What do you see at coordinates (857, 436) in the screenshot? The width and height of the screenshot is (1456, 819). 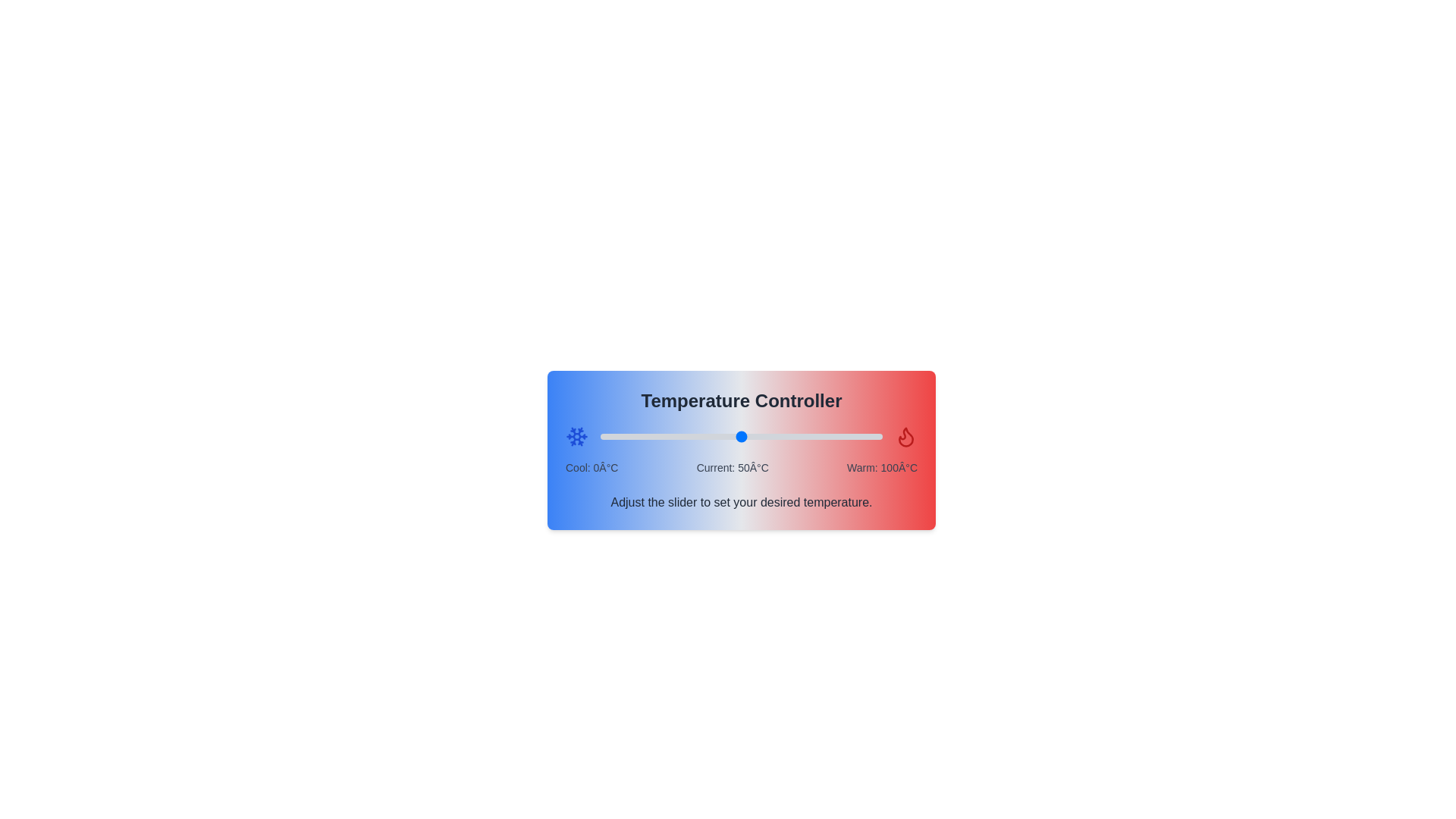 I see `the temperature slider to 91°C` at bounding box center [857, 436].